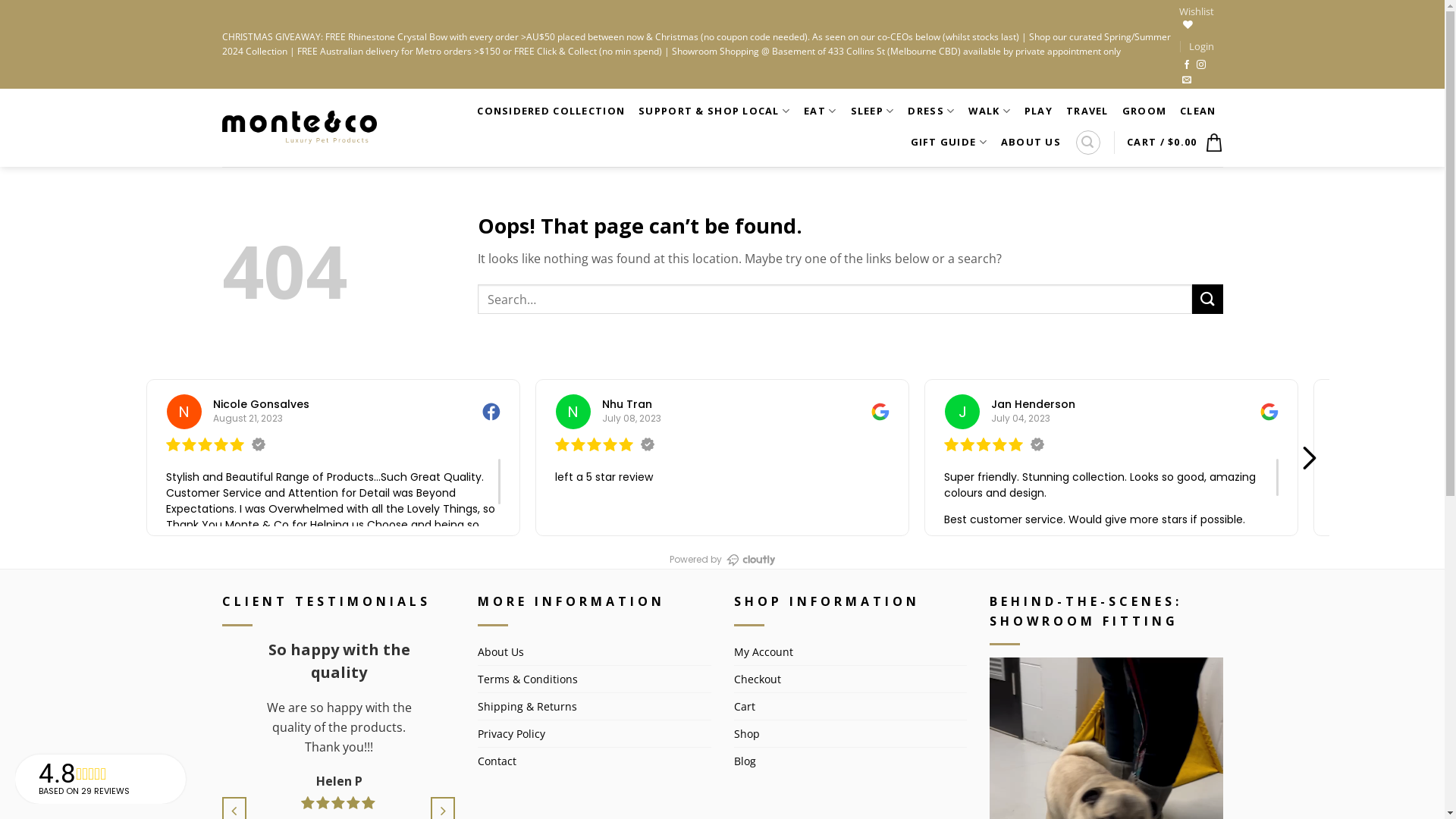 This screenshot has height=819, width=1456. What do you see at coordinates (476, 651) in the screenshot?
I see `'About Us'` at bounding box center [476, 651].